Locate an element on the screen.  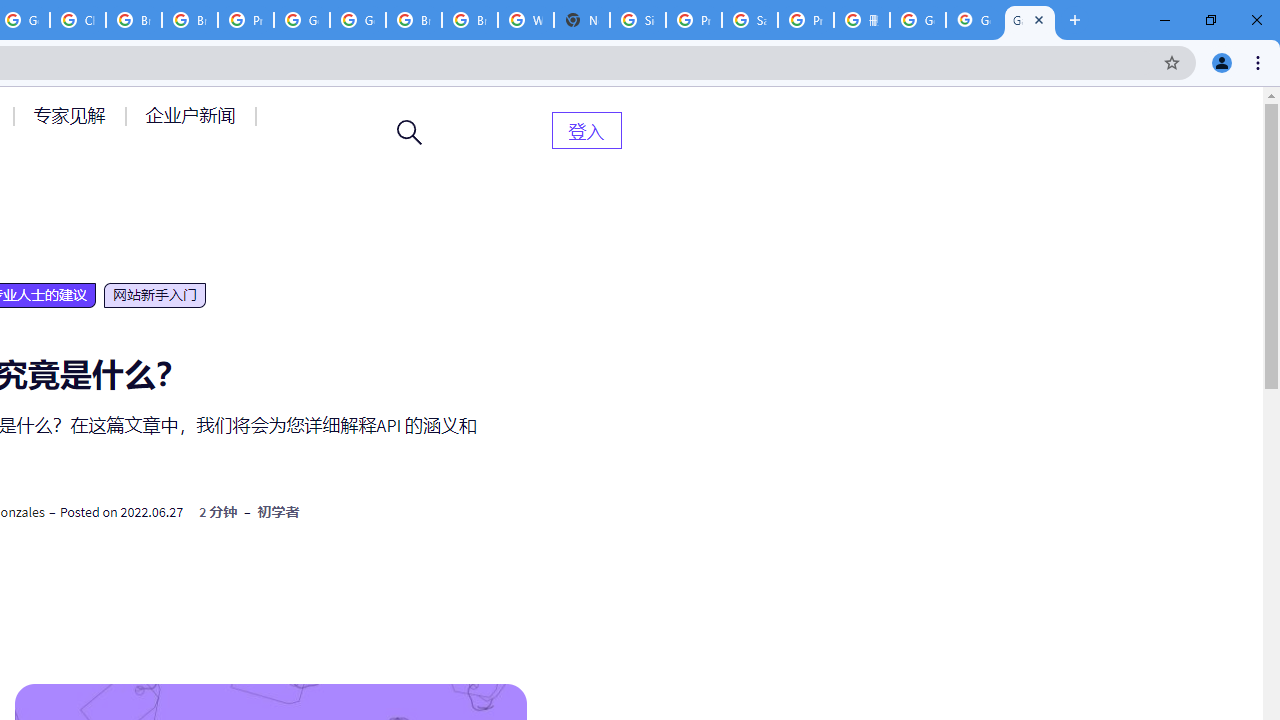
'AutomationID: menu-item-82399' is located at coordinates (585, 129).